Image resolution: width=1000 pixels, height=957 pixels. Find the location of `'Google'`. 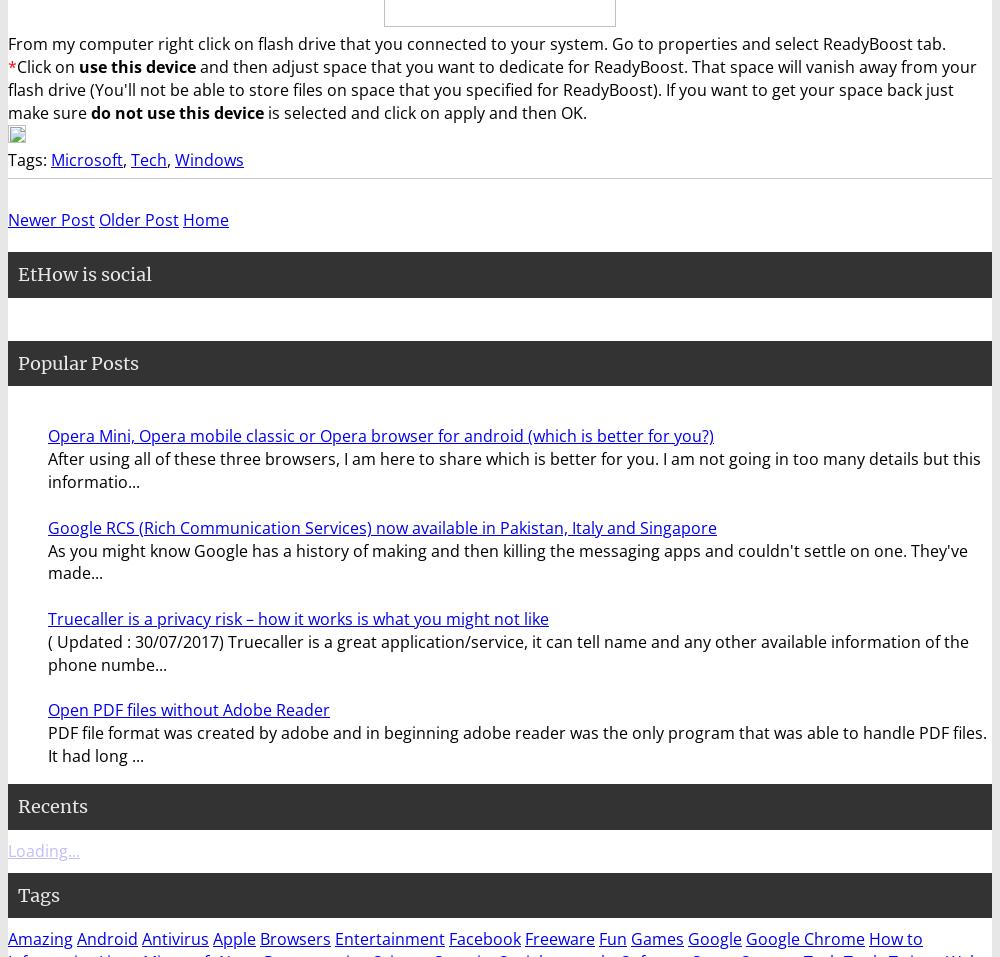

'Google' is located at coordinates (688, 939).